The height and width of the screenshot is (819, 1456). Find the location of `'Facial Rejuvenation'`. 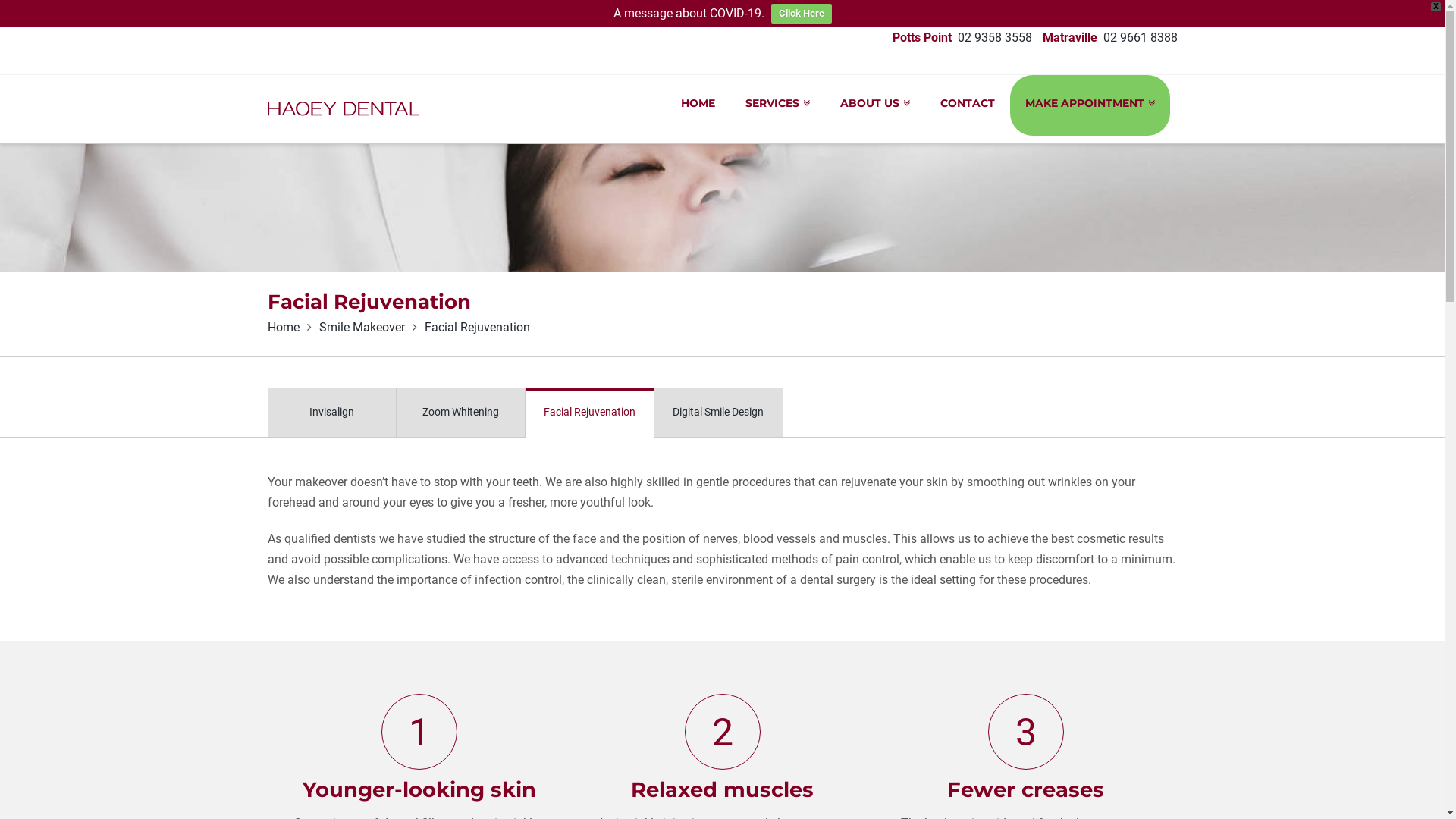

'Facial Rejuvenation' is located at coordinates (588, 412).